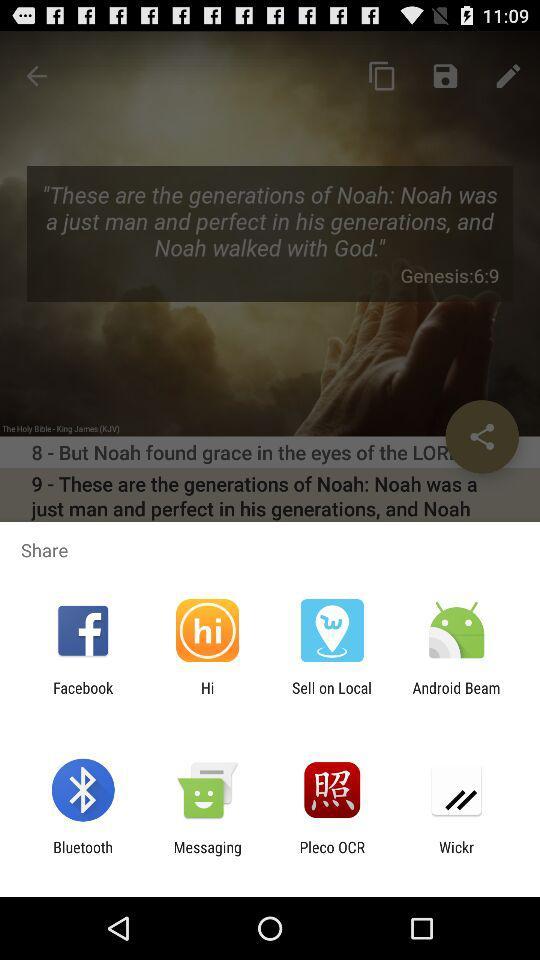  I want to click on the app to the left of the messaging icon, so click(82, 855).